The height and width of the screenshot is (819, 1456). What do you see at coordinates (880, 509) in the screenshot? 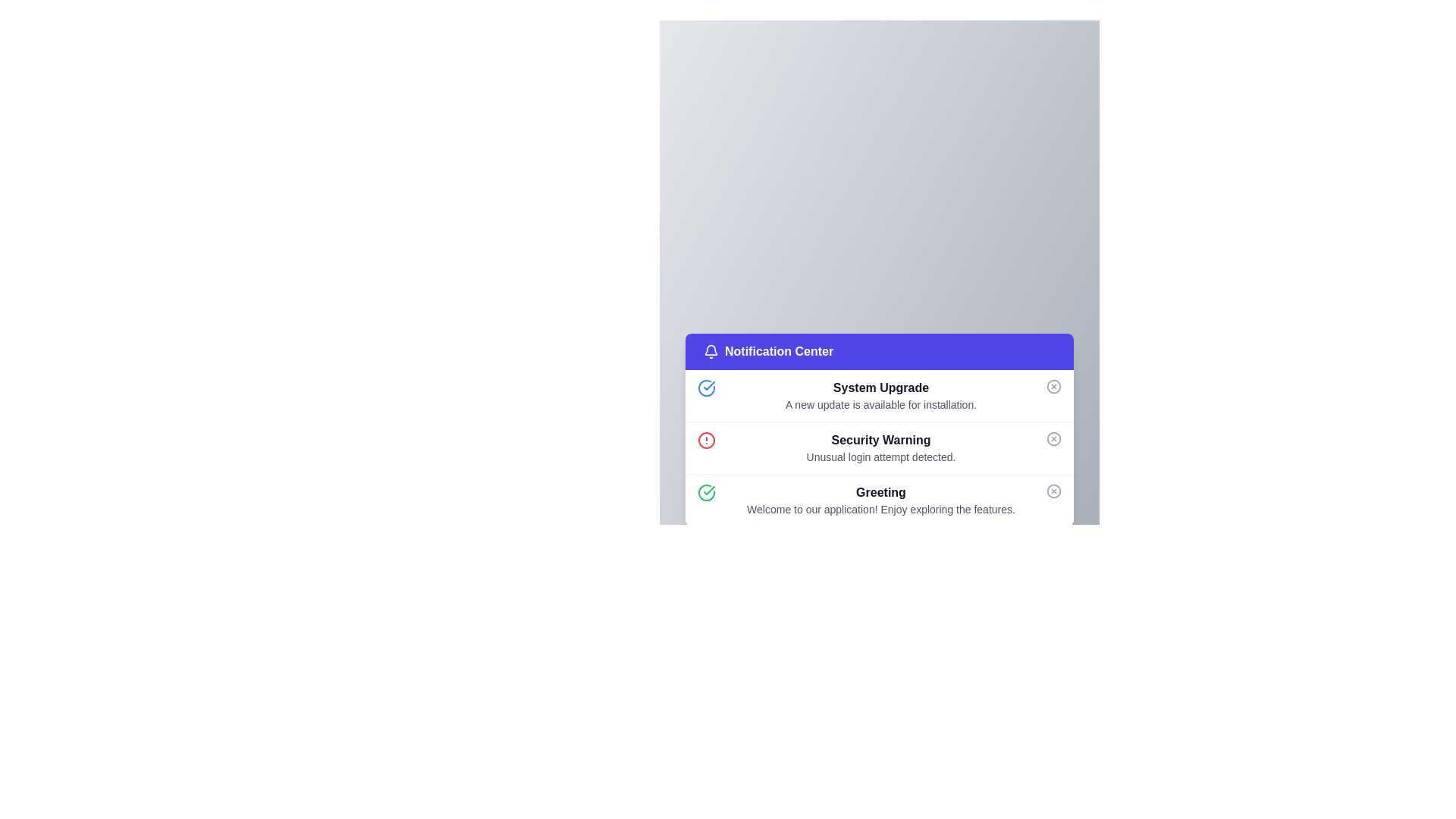
I see `the static text element that displays 'Welcome to our application! Enjoy exploring the features.'` at bounding box center [880, 509].